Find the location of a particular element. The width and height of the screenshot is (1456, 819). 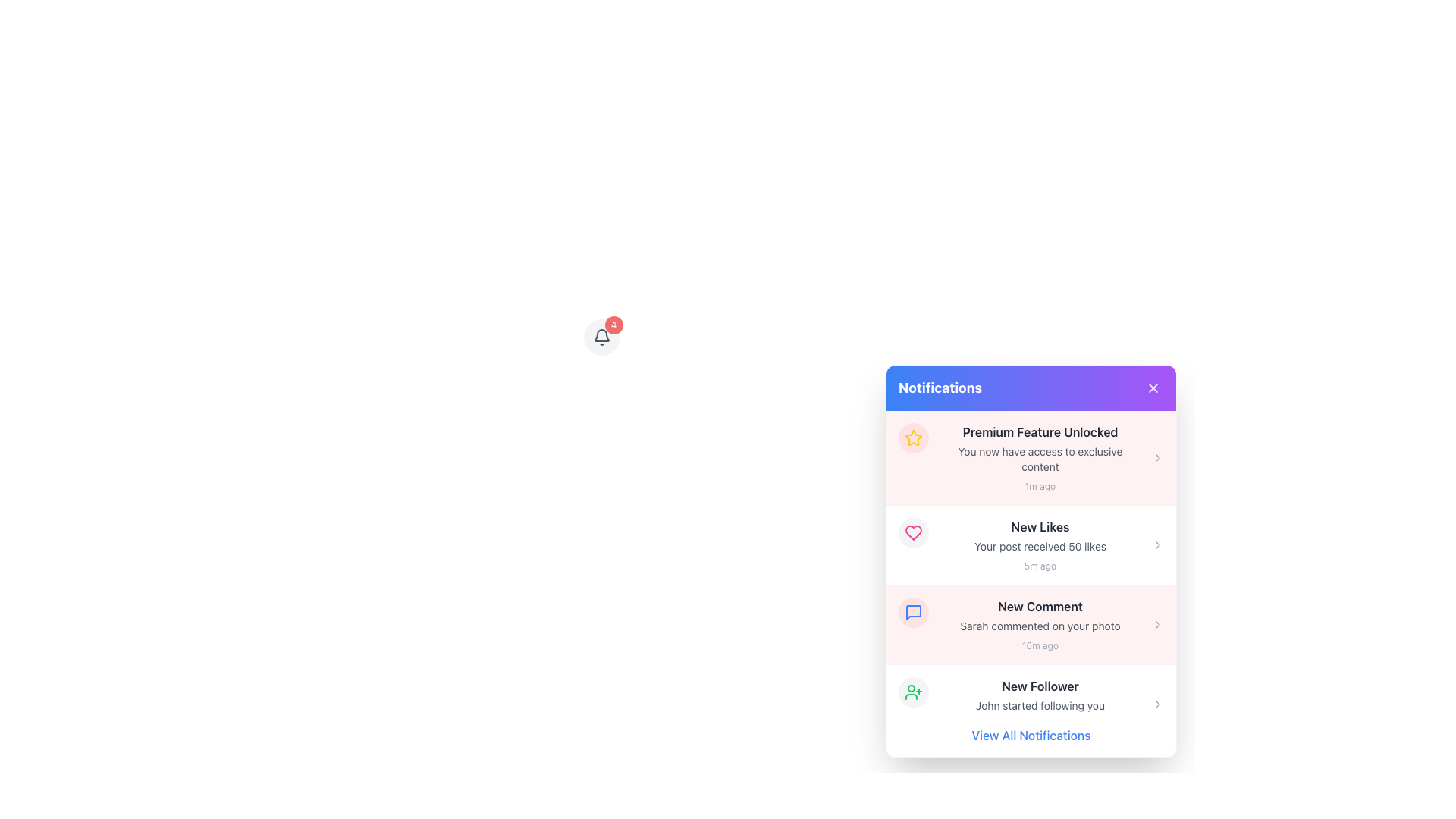

the small 'X' icon button with a round design, located at the top-right corner of the notifications panel is located at coordinates (1153, 388).